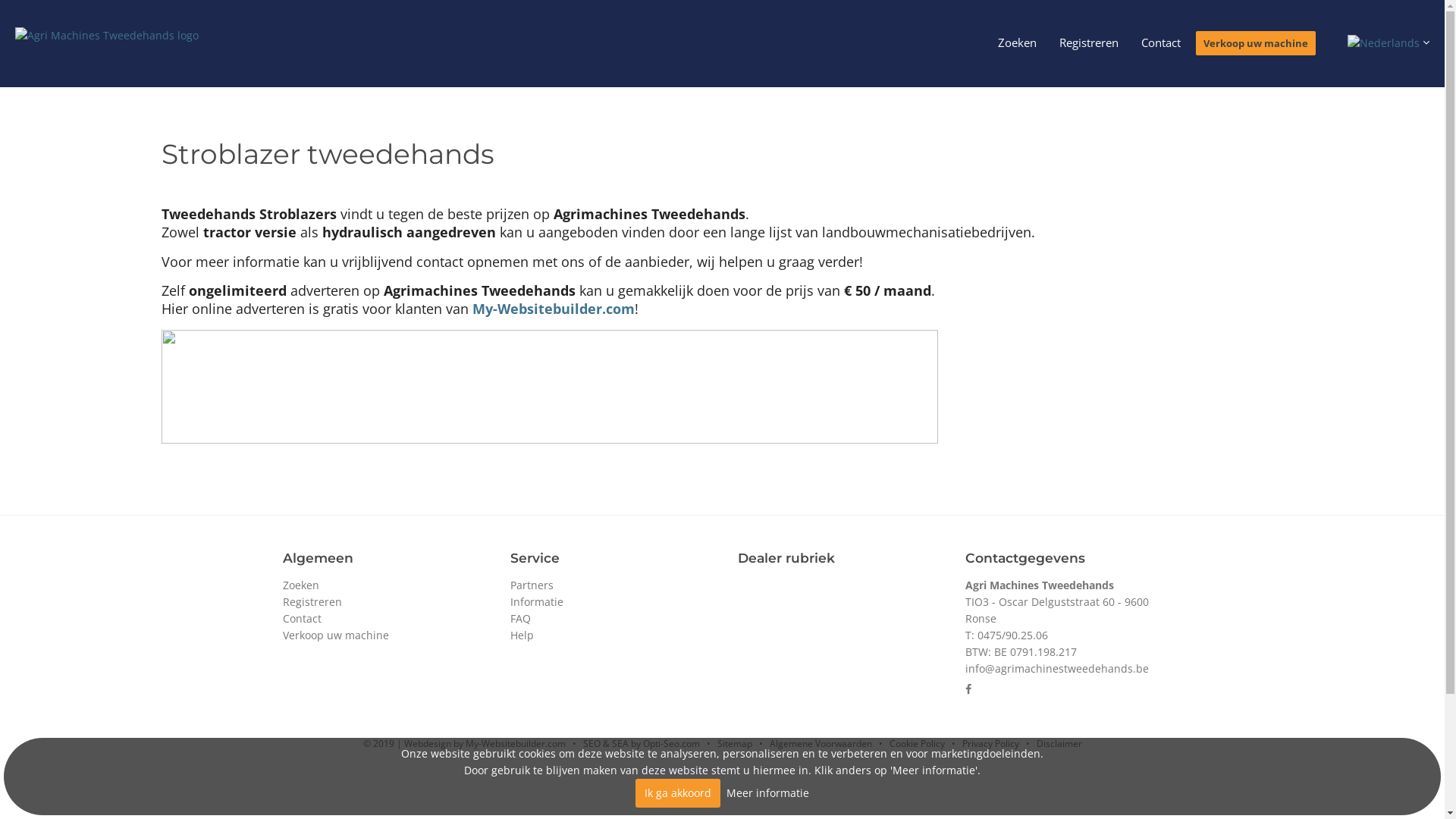 The image size is (1456, 819). What do you see at coordinates (282, 601) in the screenshot?
I see `'Registreren'` at bounding box center [282, 601].